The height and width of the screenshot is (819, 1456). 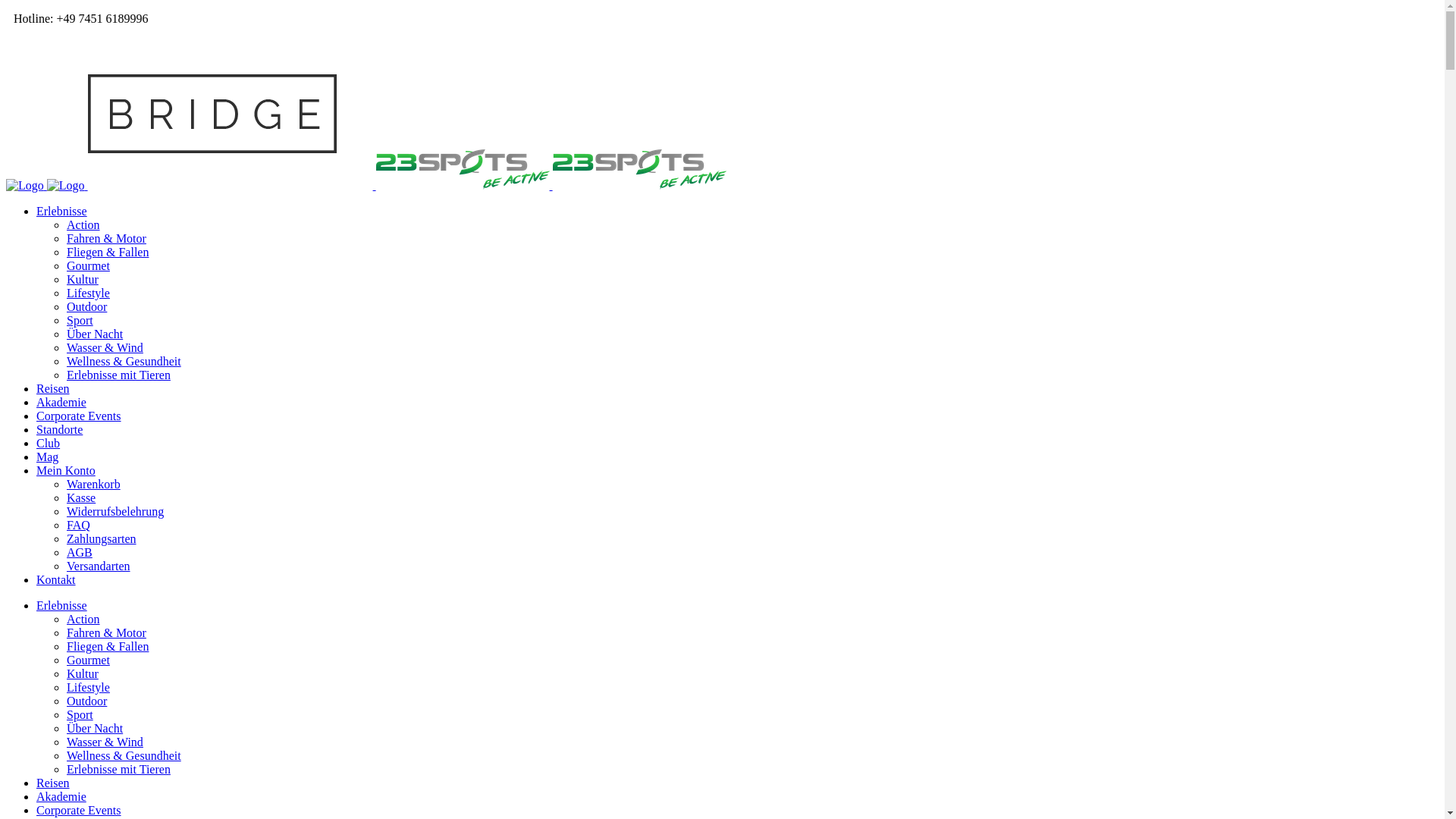 I want to click on 'Lifestyle', so click(x=65, y=687).